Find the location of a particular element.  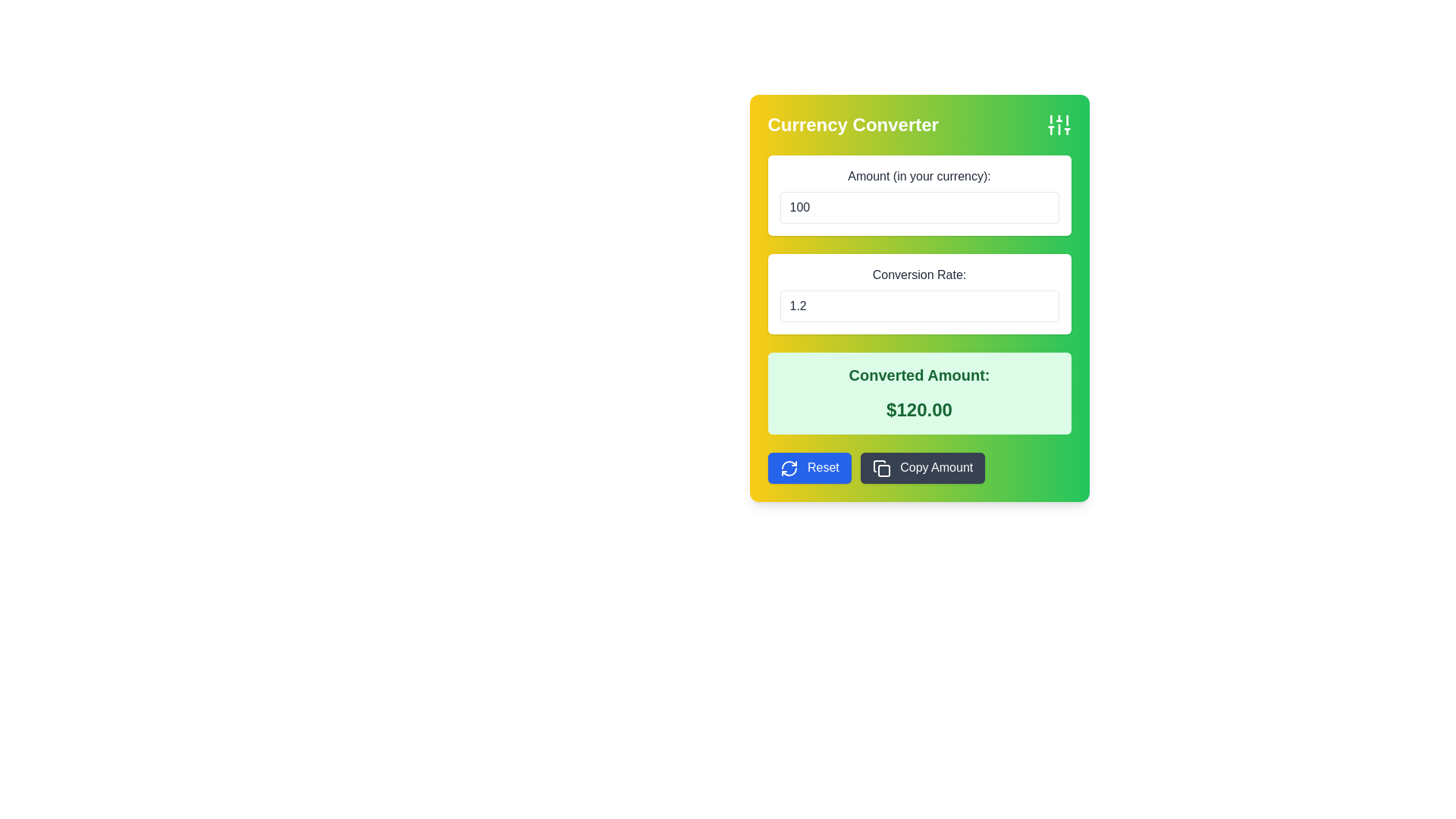

the 'Copy Amount' button, which has a dark gray background and white text is located at coordinates (918, 467).